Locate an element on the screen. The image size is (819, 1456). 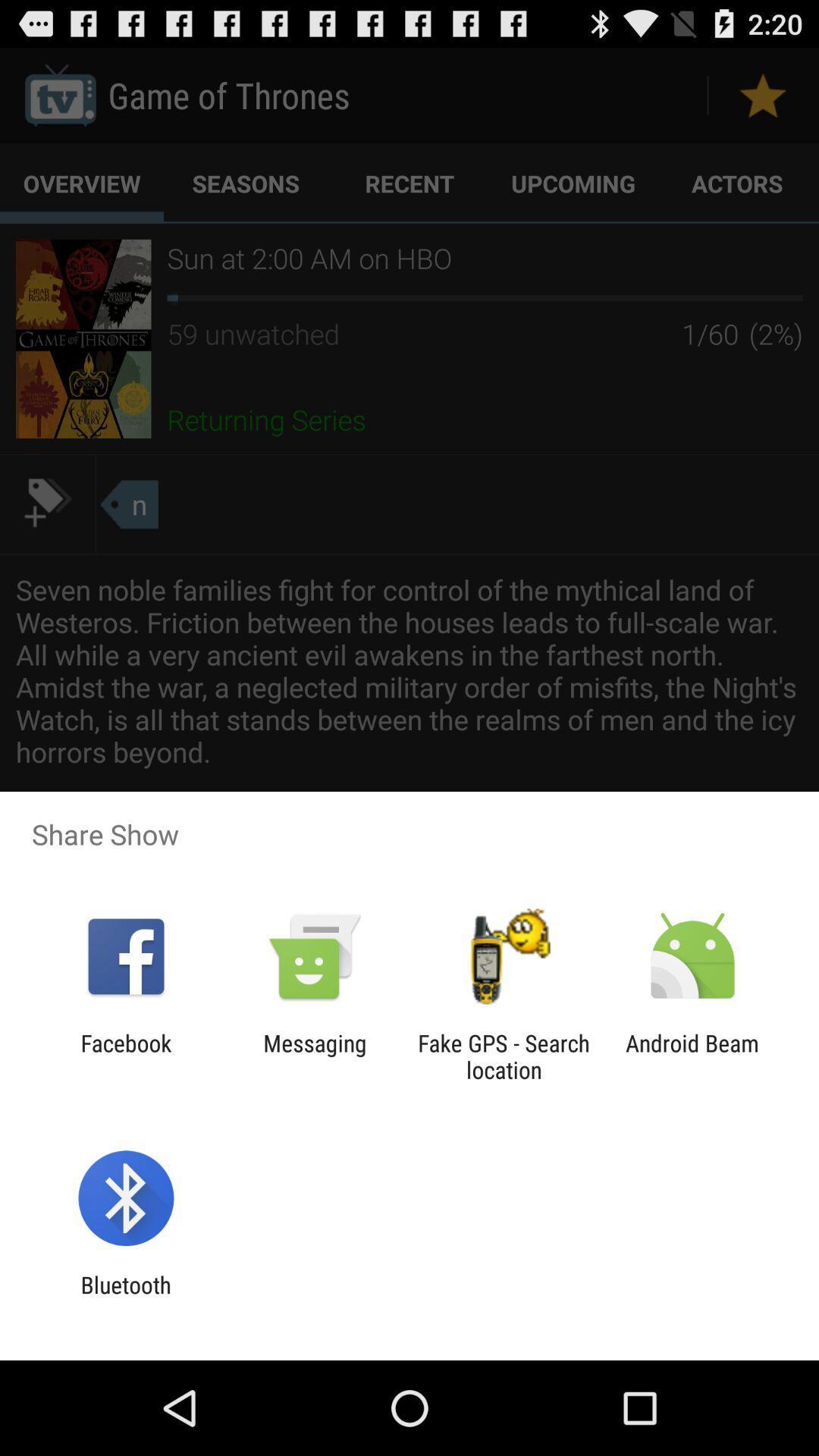
facebook is located at coordinates (125, 1056).